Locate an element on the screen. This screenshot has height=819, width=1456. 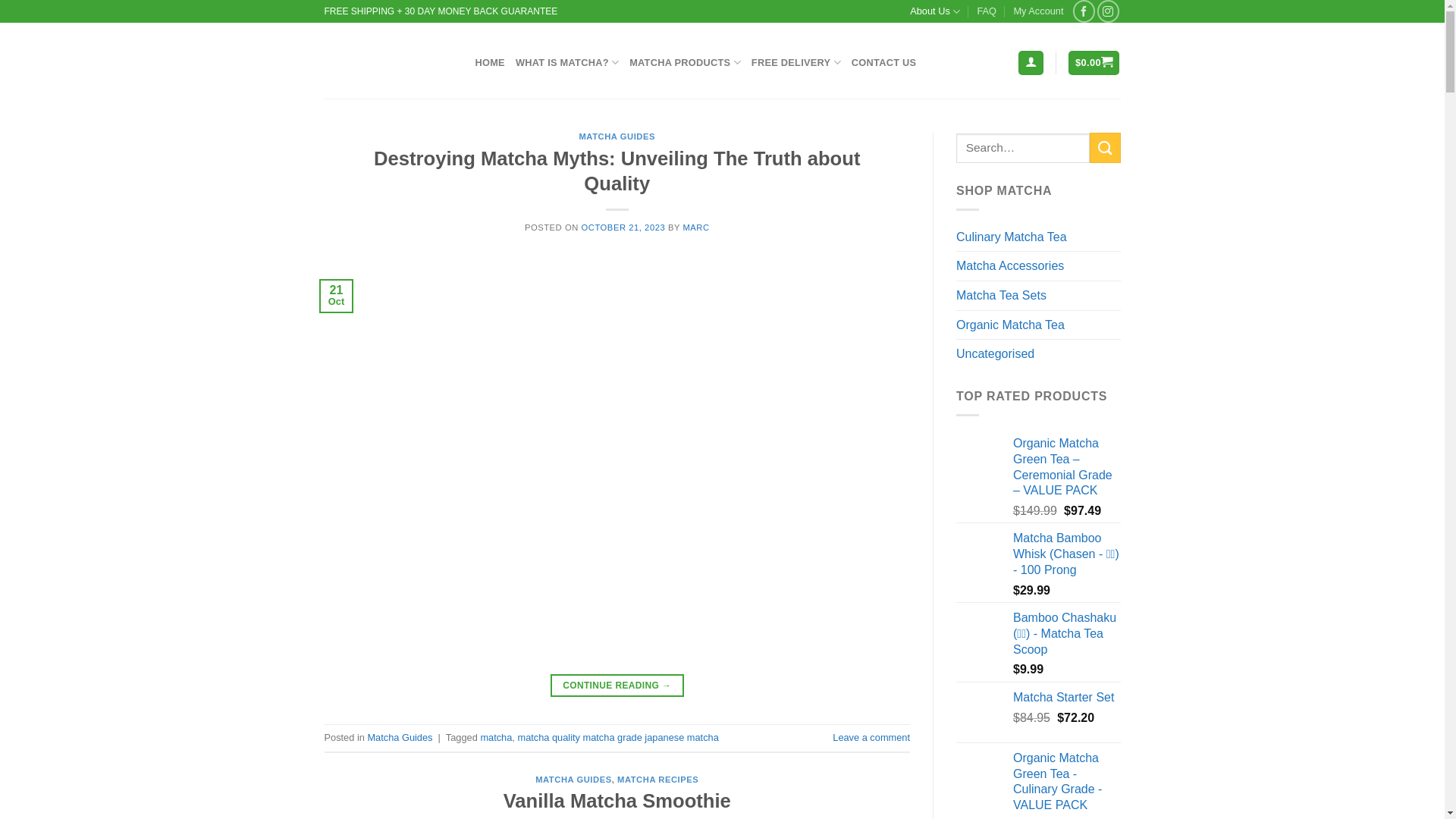
'MARC' is located at coordinates (695, 227).